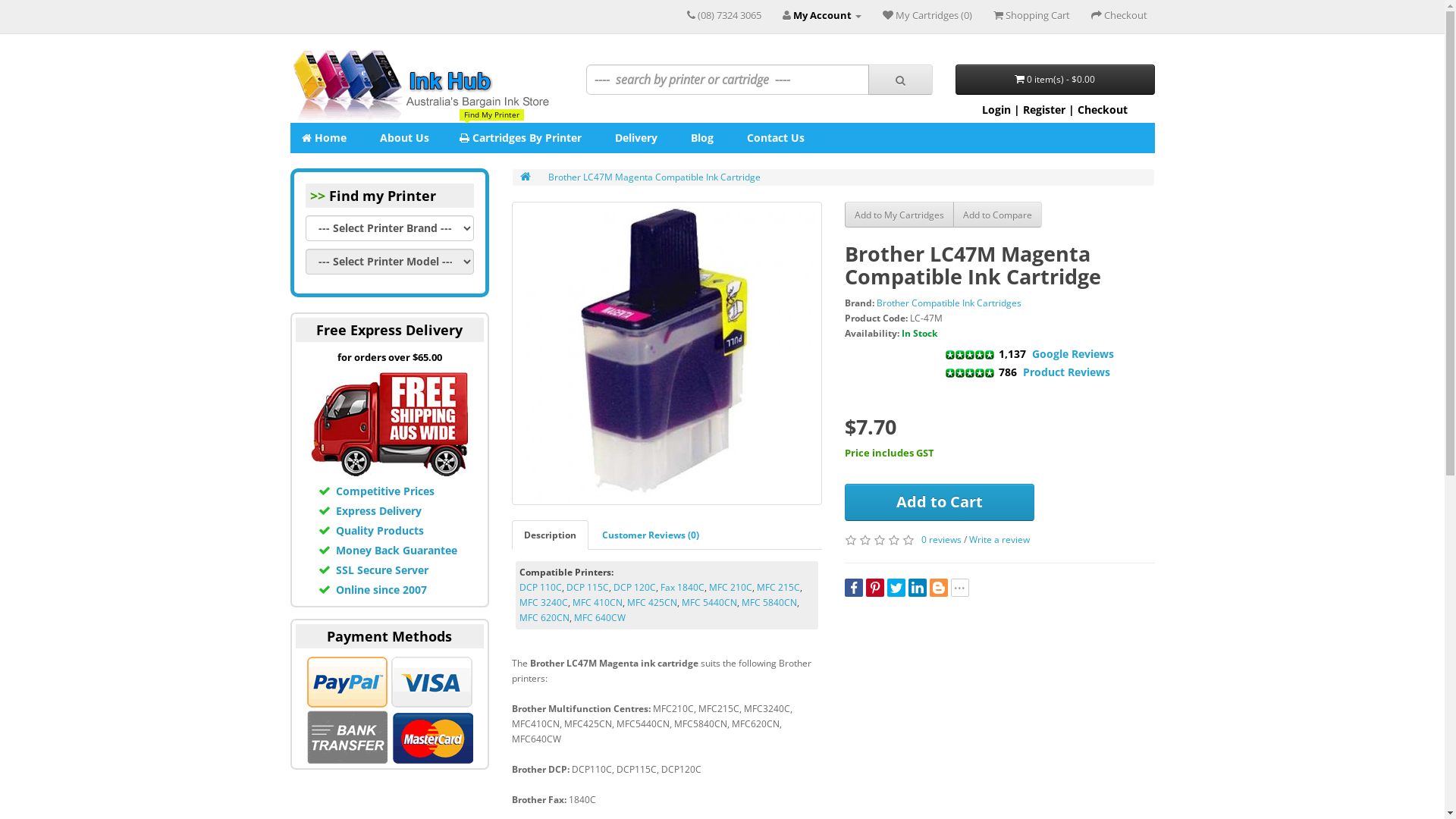  I want to click on 'Fax 1840C', so click(682, 586).